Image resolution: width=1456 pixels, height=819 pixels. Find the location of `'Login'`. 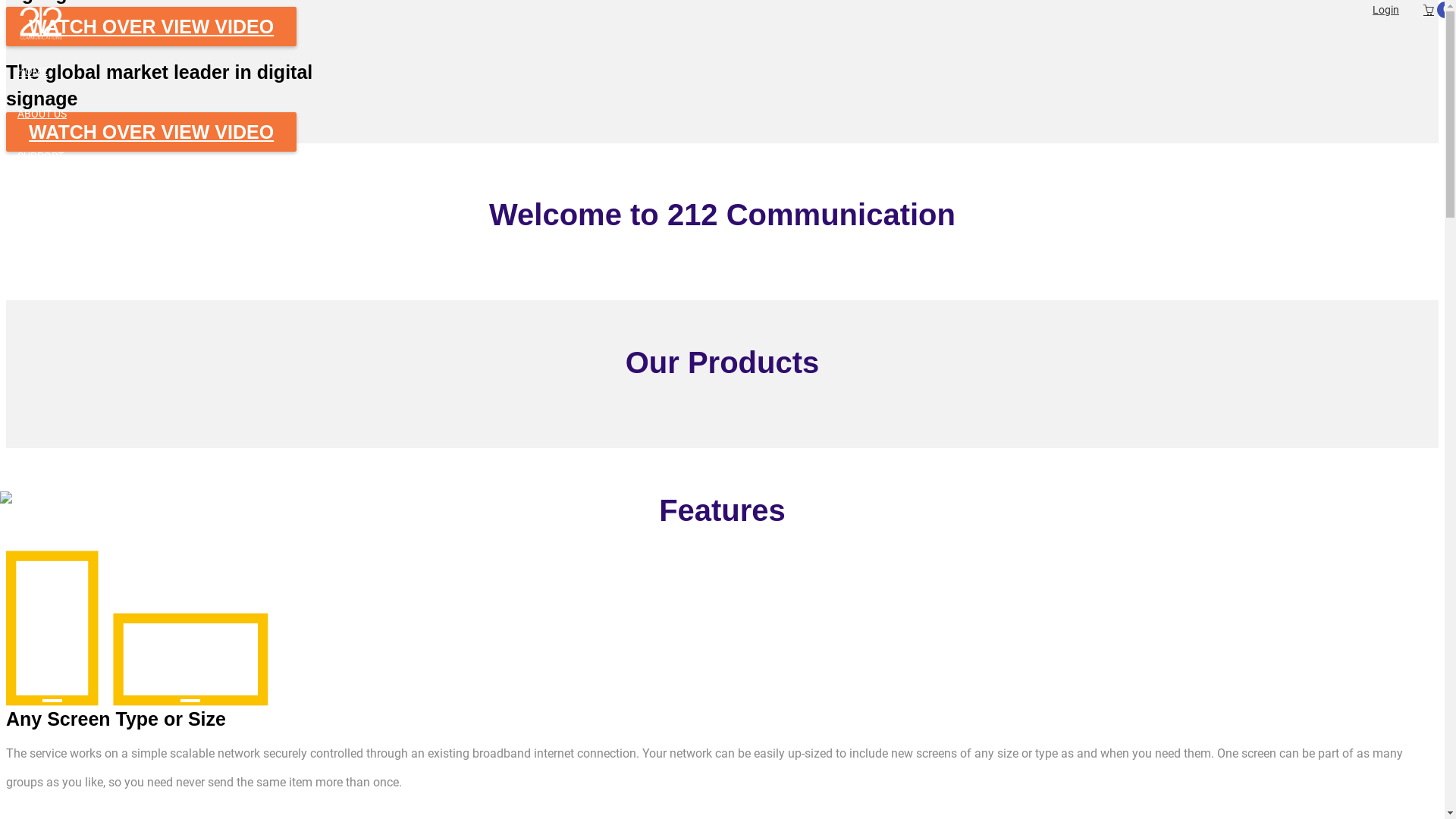

'Login' is located at coordinates (1385, 9).